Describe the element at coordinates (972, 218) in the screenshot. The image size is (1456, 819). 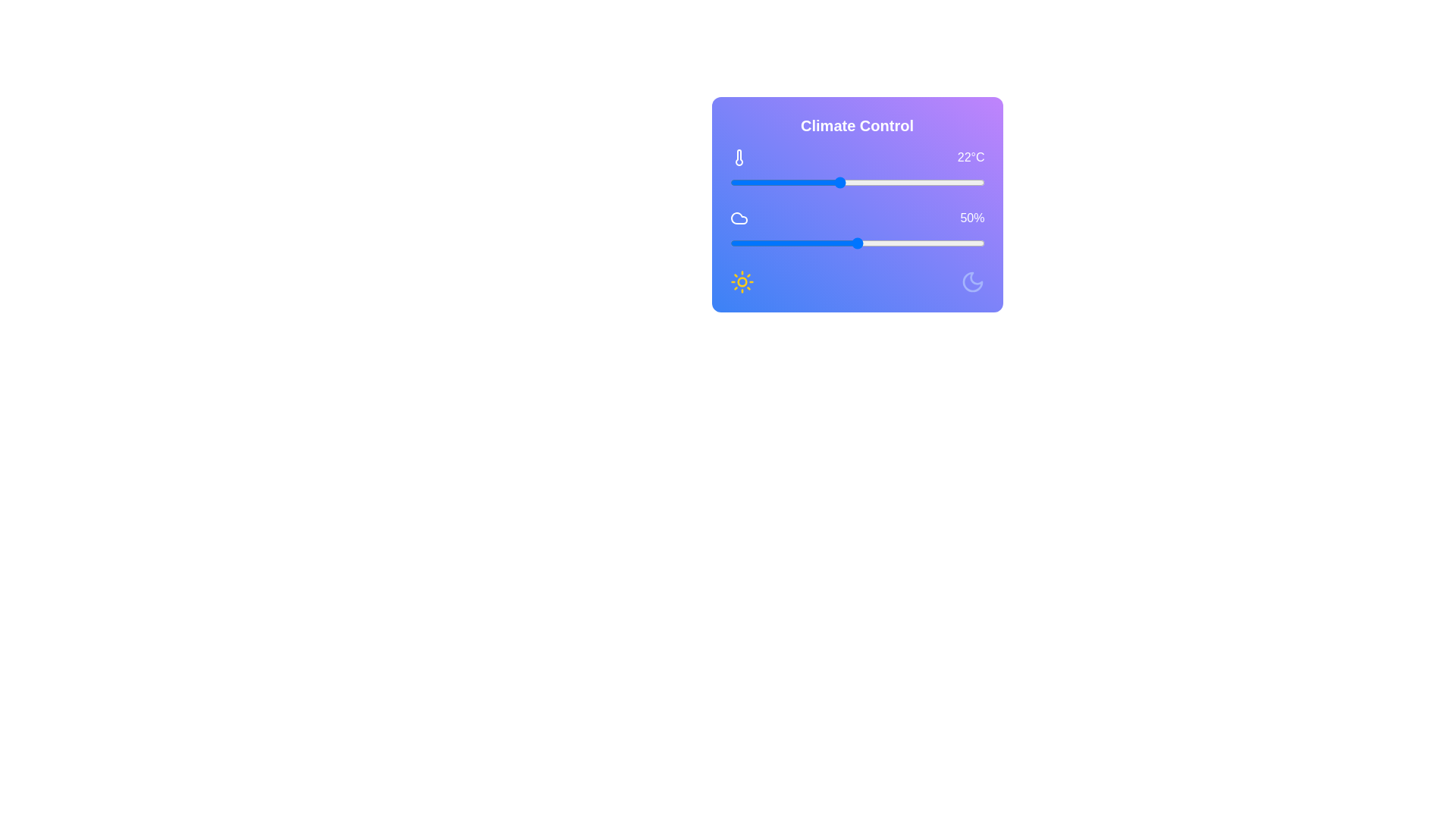
I see `the text label displaying '50%' in white color within a blue box, located in the middle-right of the climate control panel` at that location.